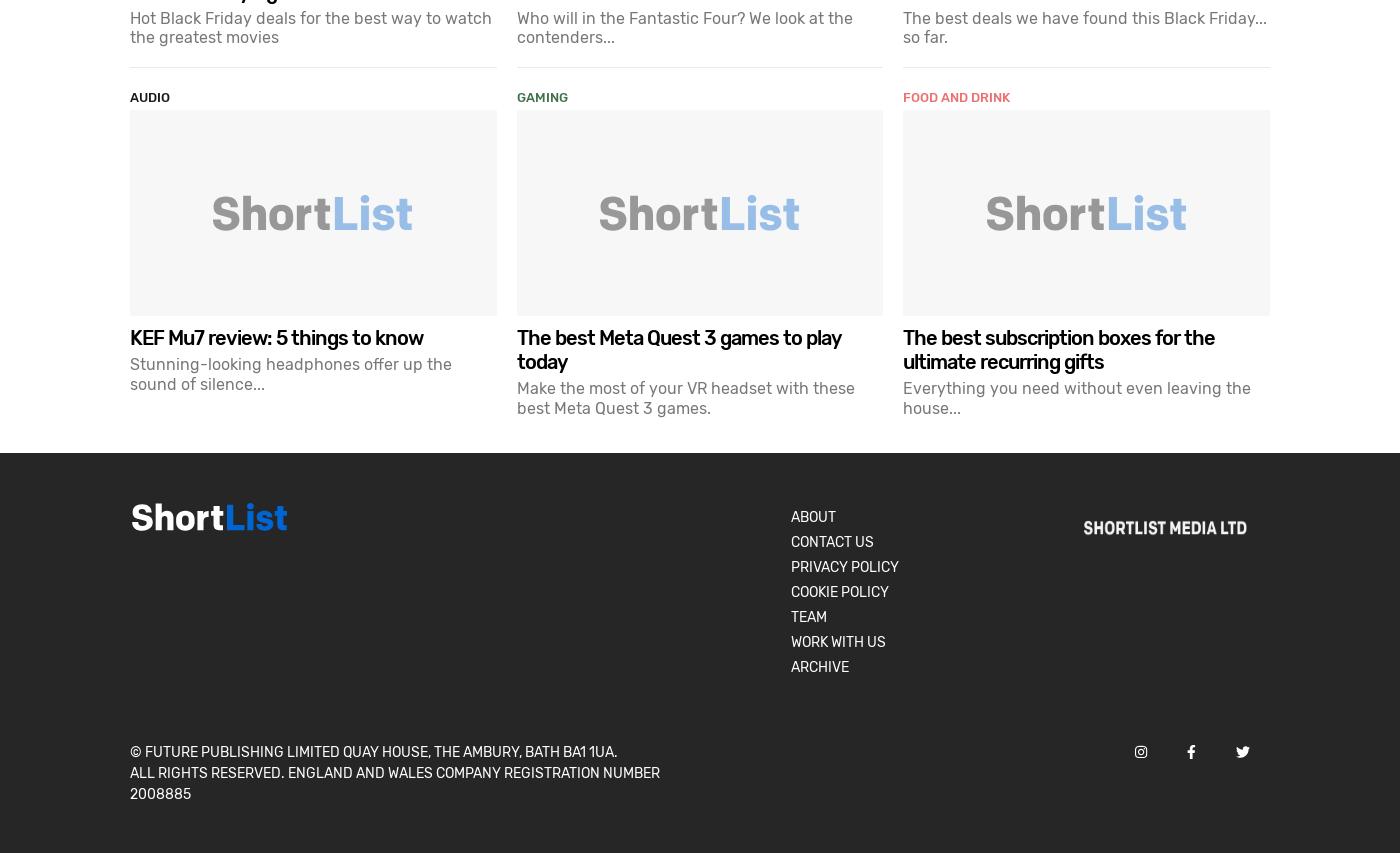 The width and height of the screenshot is (1400, 853). Describe the element at coordinates (819, 665) in the screenshot. I see `'Archive'` at that location.